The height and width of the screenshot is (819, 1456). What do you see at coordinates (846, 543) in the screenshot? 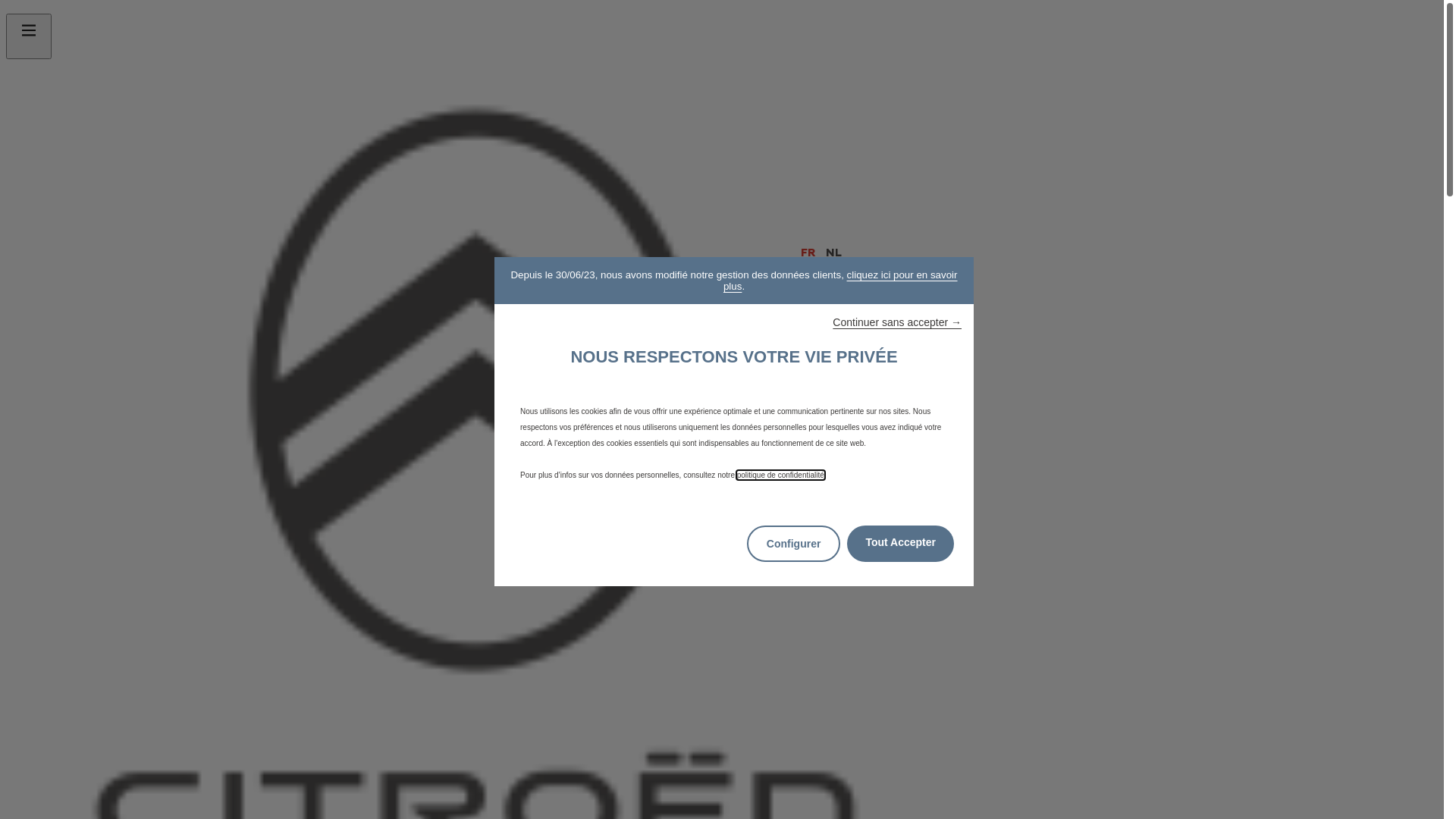
I see `'Tout Accepter'` at bounding box center [846, 543].